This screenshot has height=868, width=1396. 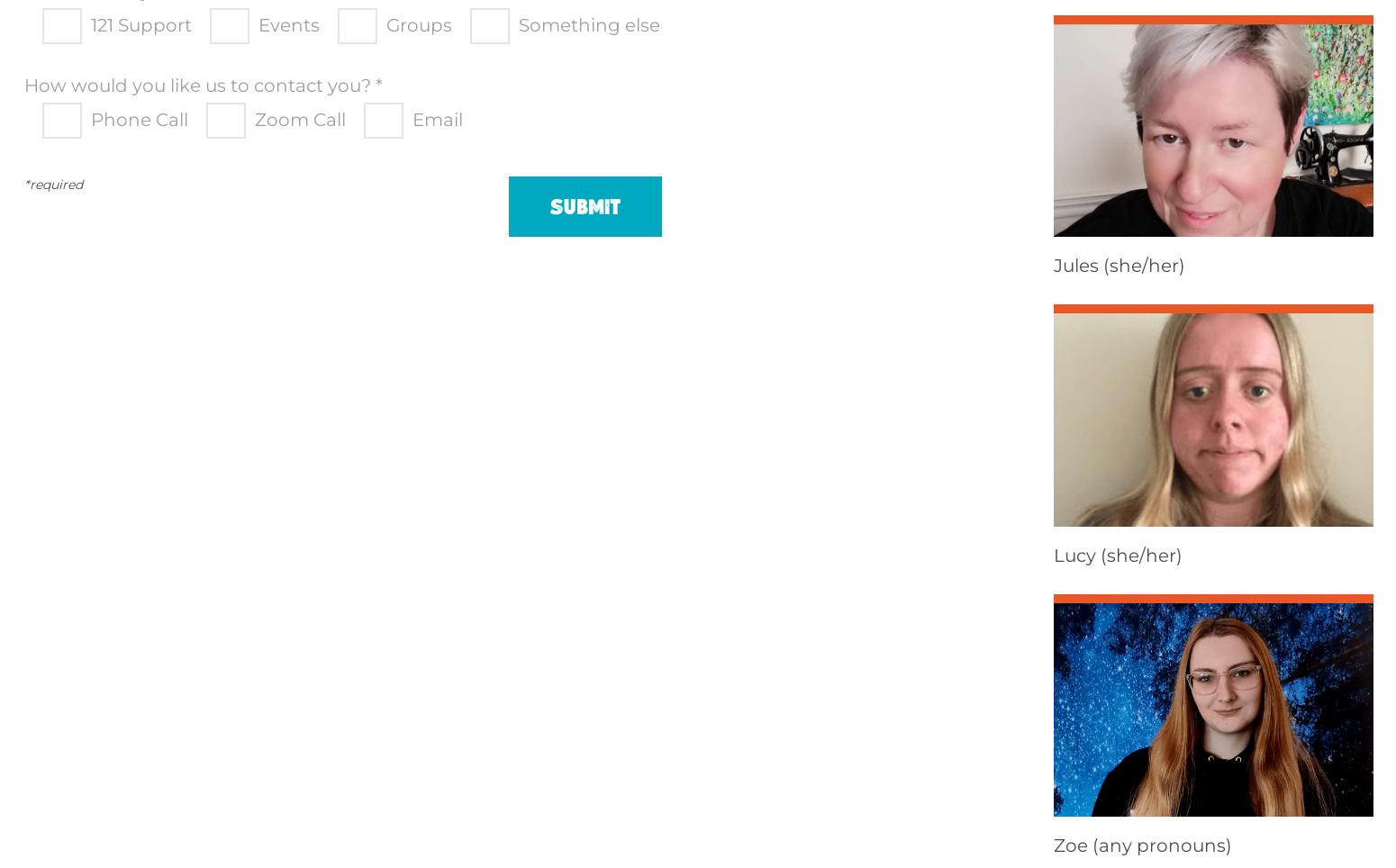 What do you see at coordinates (288, 23) in the screenshot?
I see `'Events'` at bounding box center [288, 23].